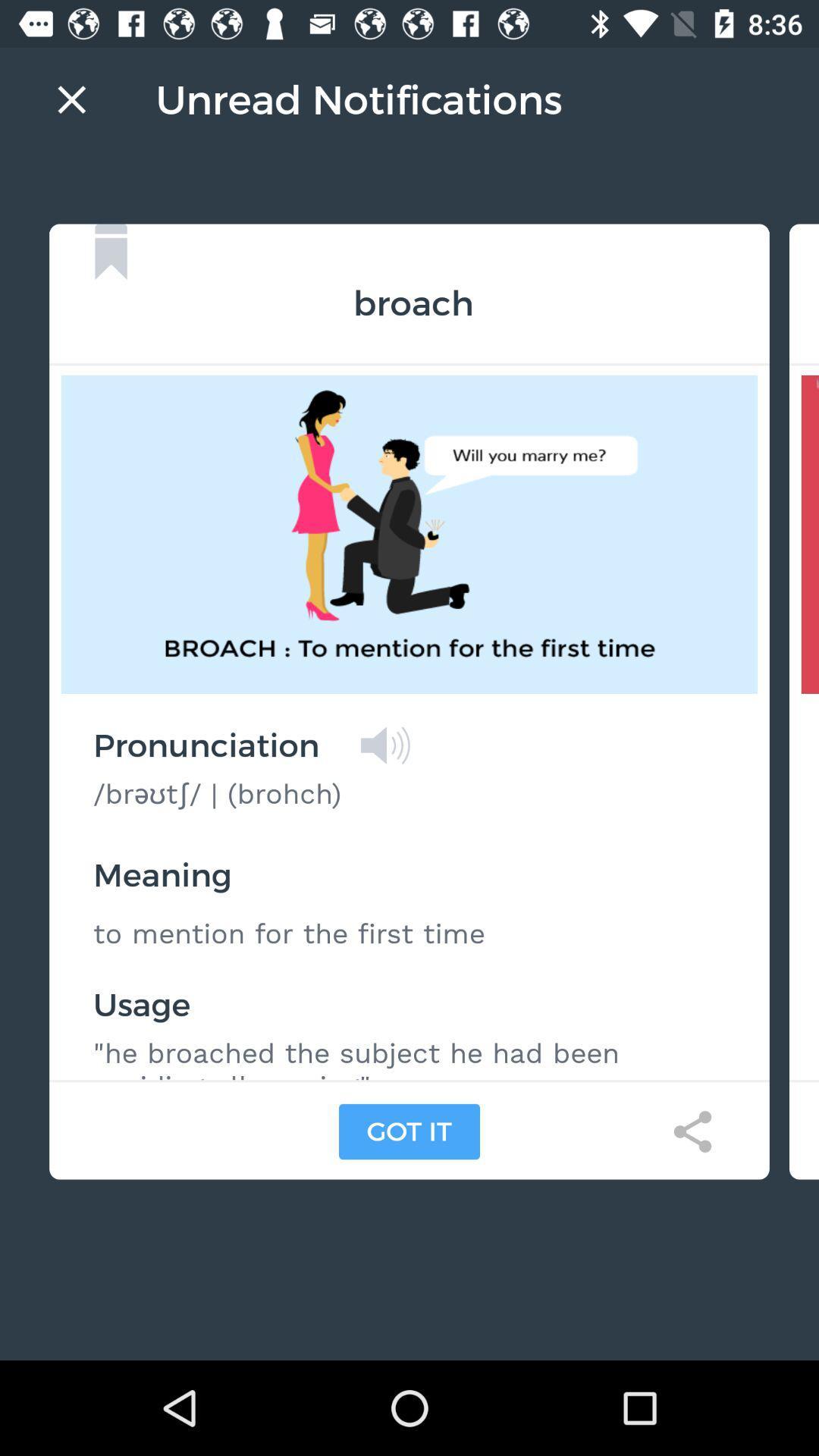 The image size is (819, 1456). Describe the element at coordinates (71, 99) in the screenshot. I see `the close icon` at that location.